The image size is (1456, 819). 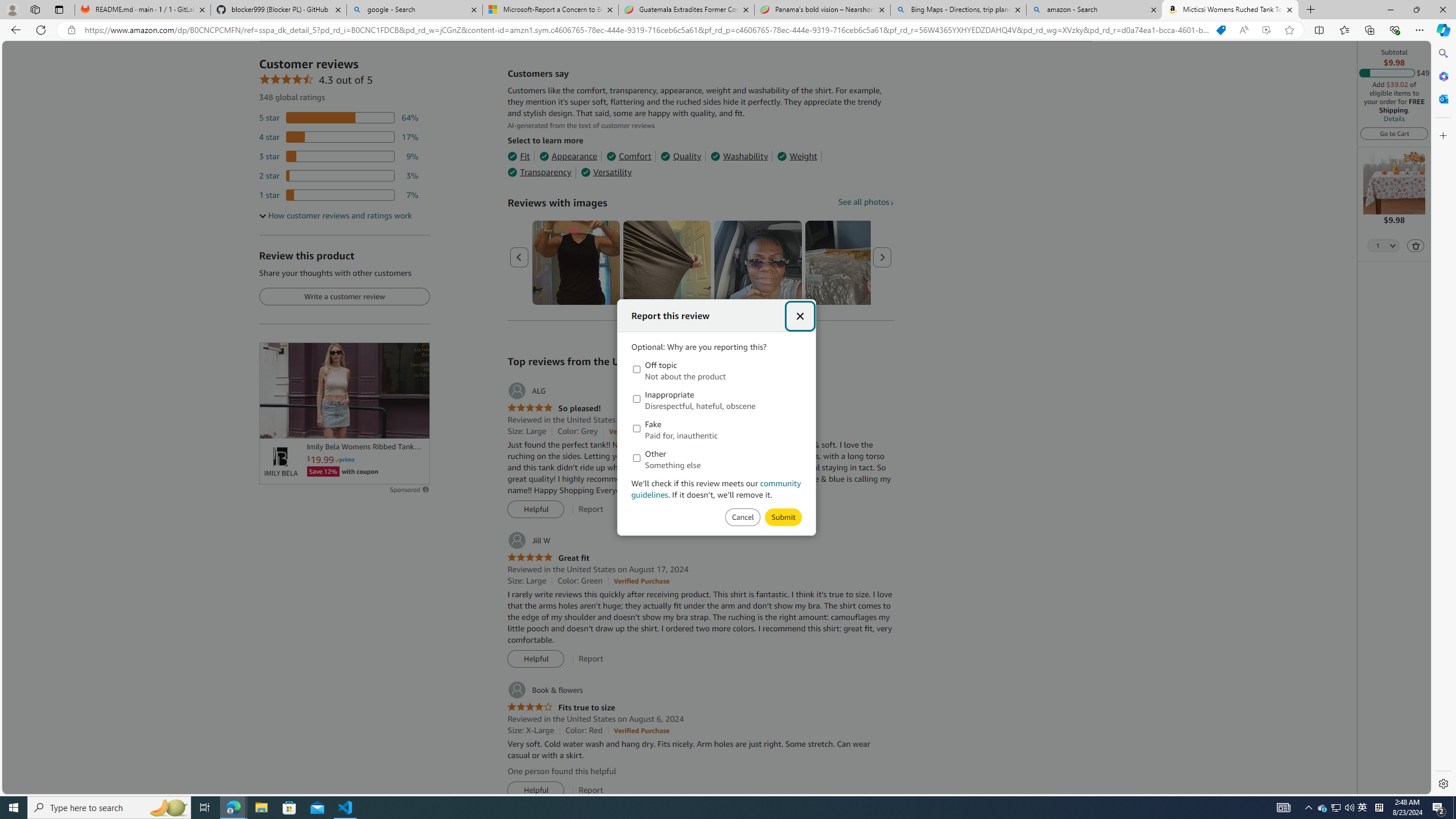 What do you see at coordinates (519, 257) in the screenshot?
I see `'Previous page'` at bounding box center [519, 257].